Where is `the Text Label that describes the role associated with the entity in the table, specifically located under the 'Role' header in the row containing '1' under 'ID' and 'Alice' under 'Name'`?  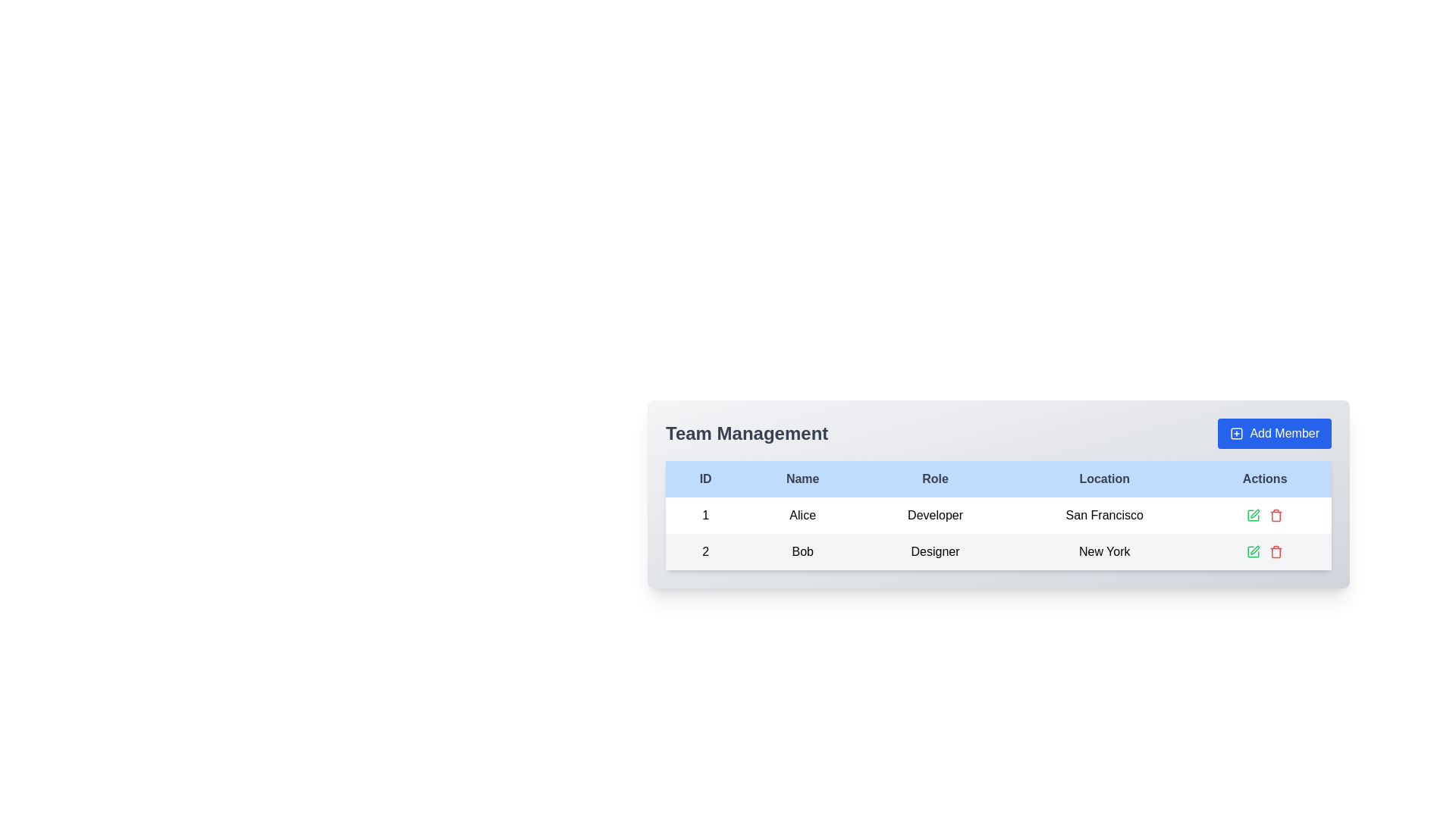 the Text Label that describes the role associated with the entity in the table, specifically located under the 'Role' header in the row containing '1' under 'ID' and 'Alice' under 'Name' is located at coordinates (934, 514).